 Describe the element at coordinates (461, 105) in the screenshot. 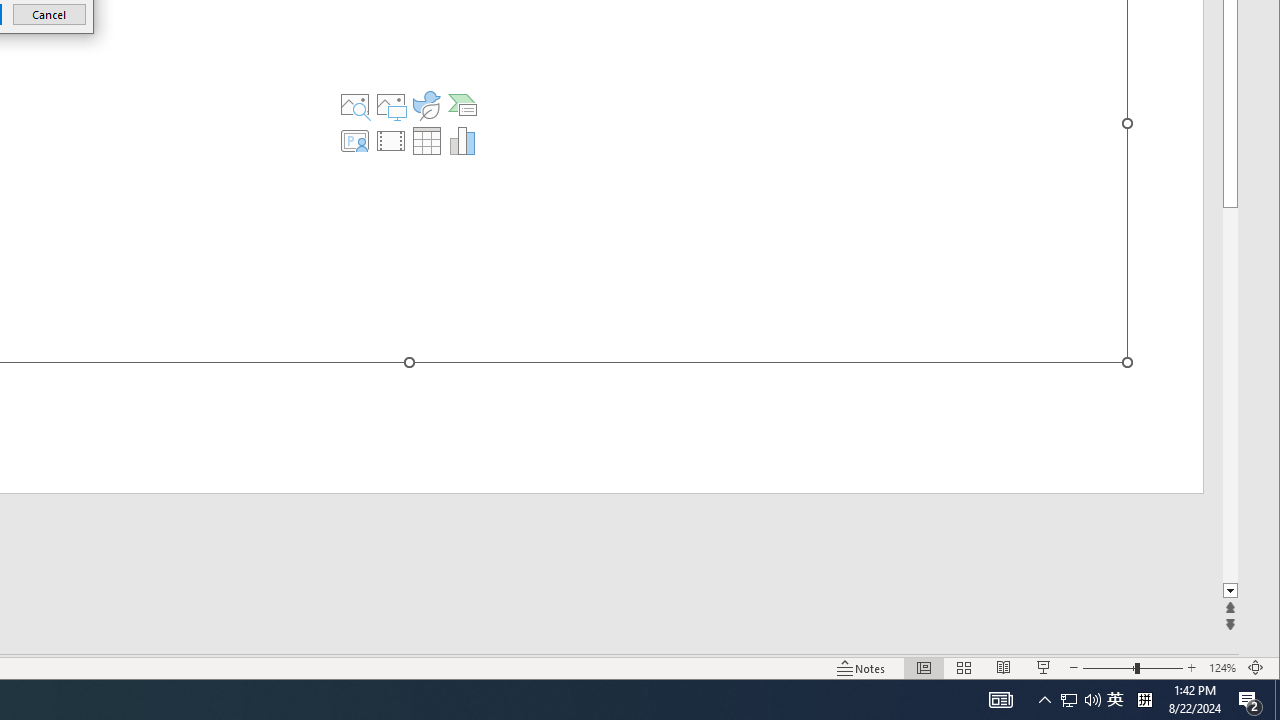

I see `'Insert a SmartArt Graphic'` at that location.